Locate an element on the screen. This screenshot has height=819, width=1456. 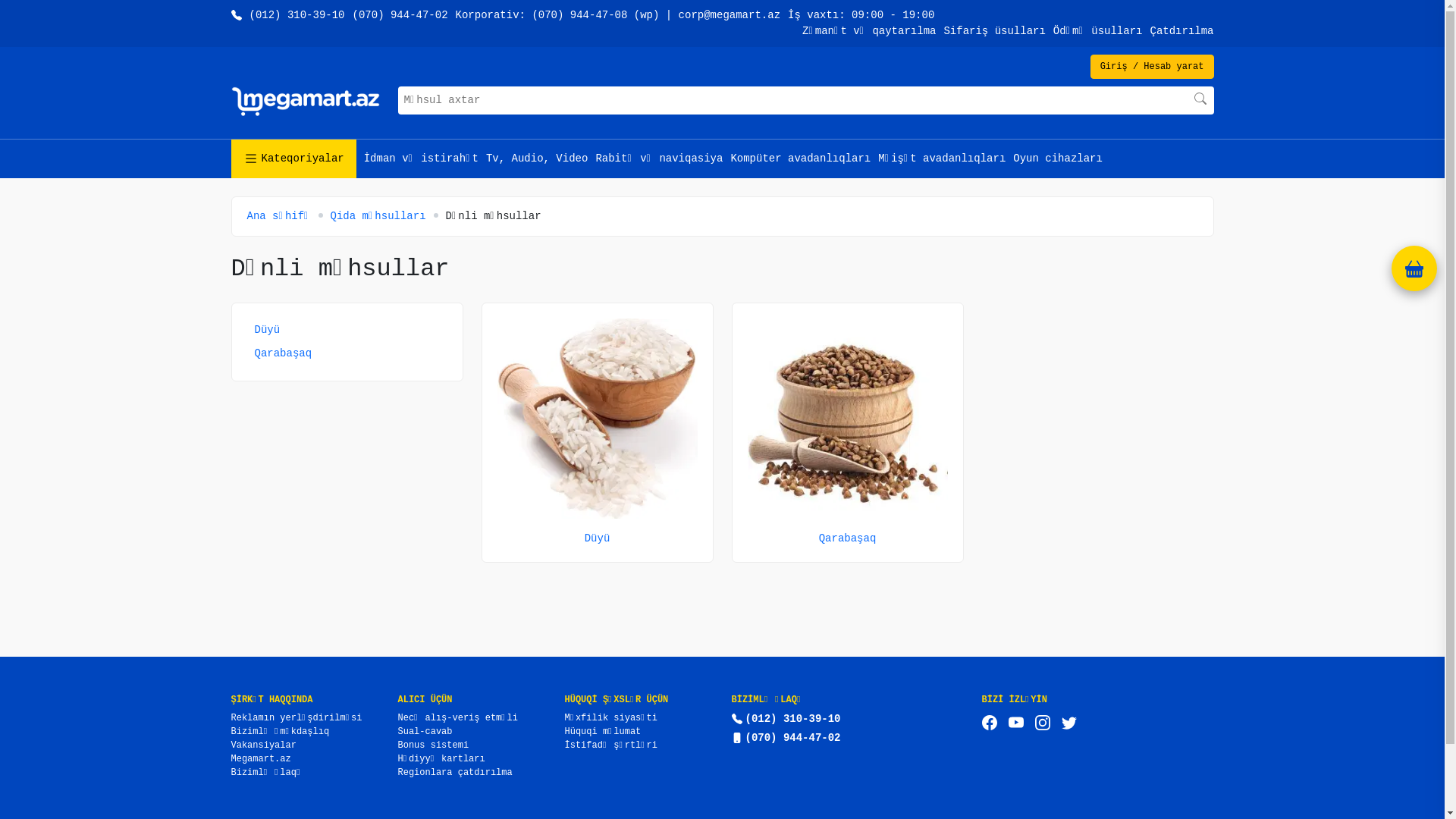
'Tv, Audio, Video' is located at coordinates (537, 158).